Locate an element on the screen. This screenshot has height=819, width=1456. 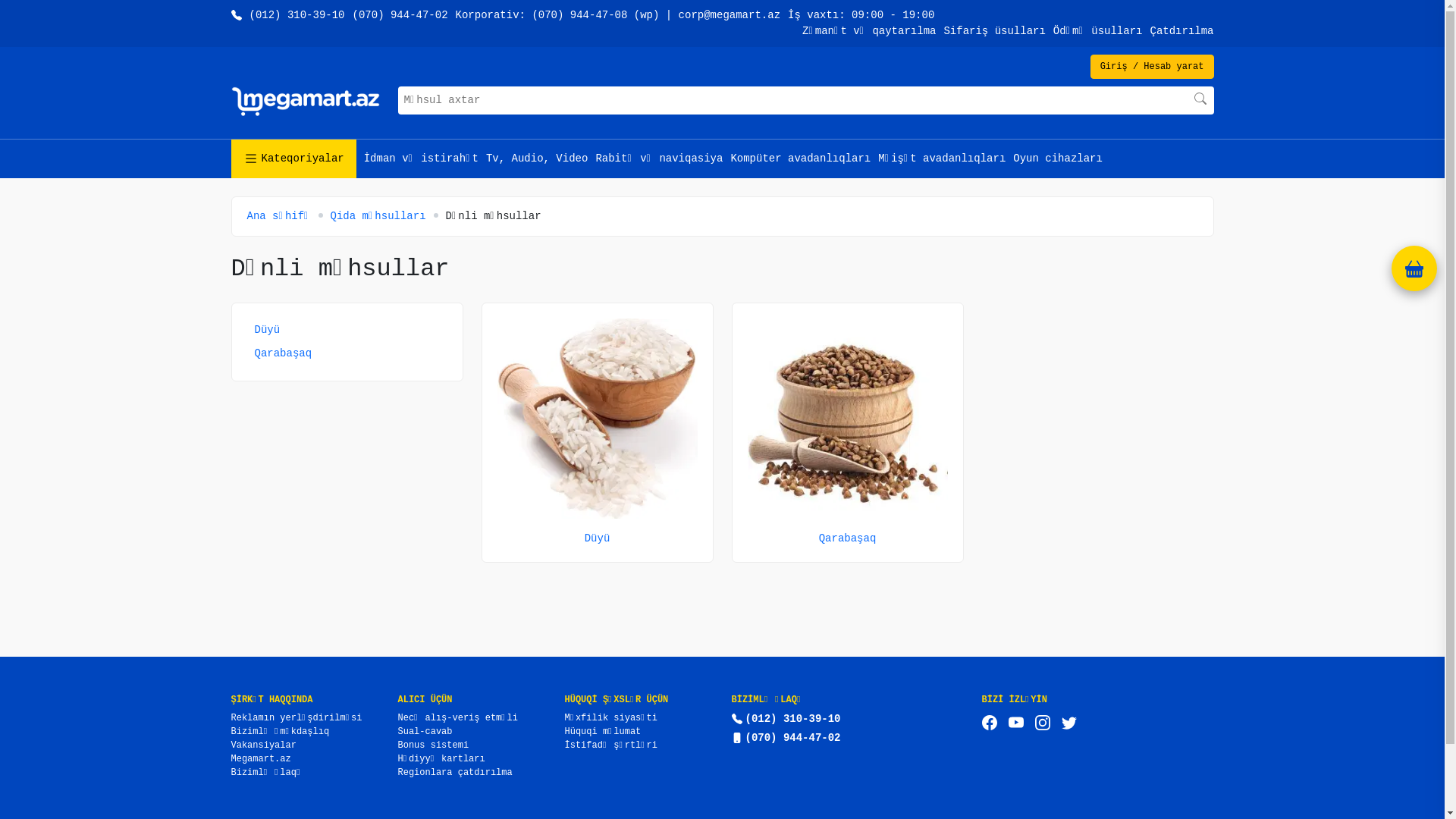
'Tv, Audio, Video' is located at coordinates (537, 158).